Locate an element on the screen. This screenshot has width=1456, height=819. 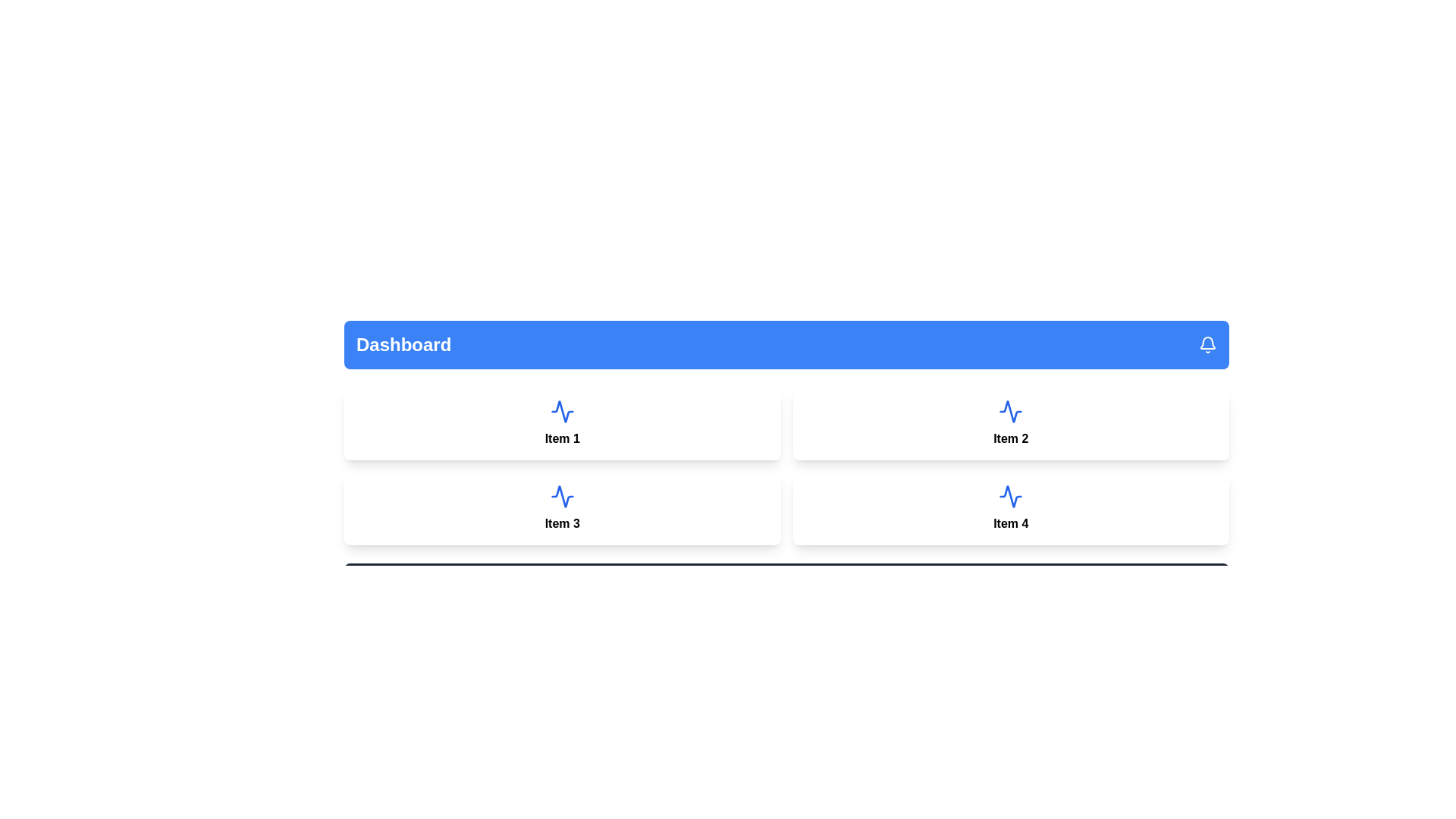
the 'Dashboard' text label, which is a bold, larger white text on a blue header background is located at coordinates (403, 345).